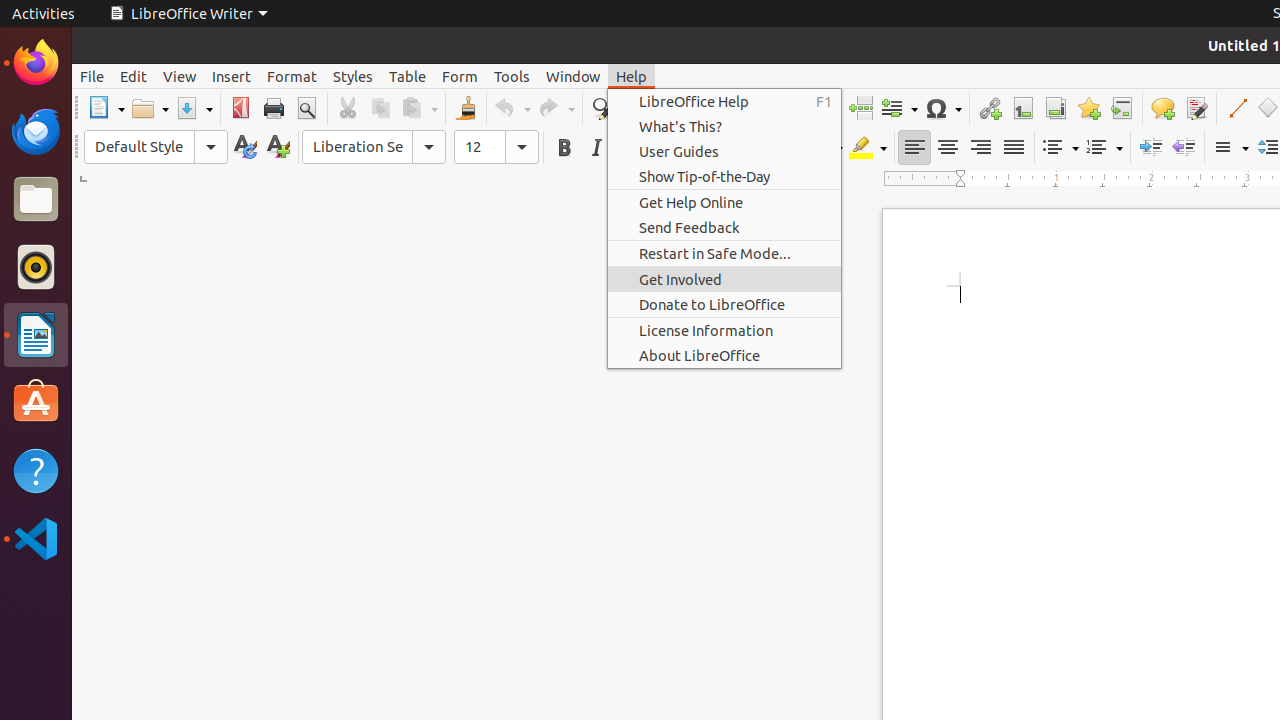 Image resolution: width=1280 pixels, height=720 pixels. Describe the element at coordinates (512, 75) in the screenshot. I see `'Tools'` at that location.